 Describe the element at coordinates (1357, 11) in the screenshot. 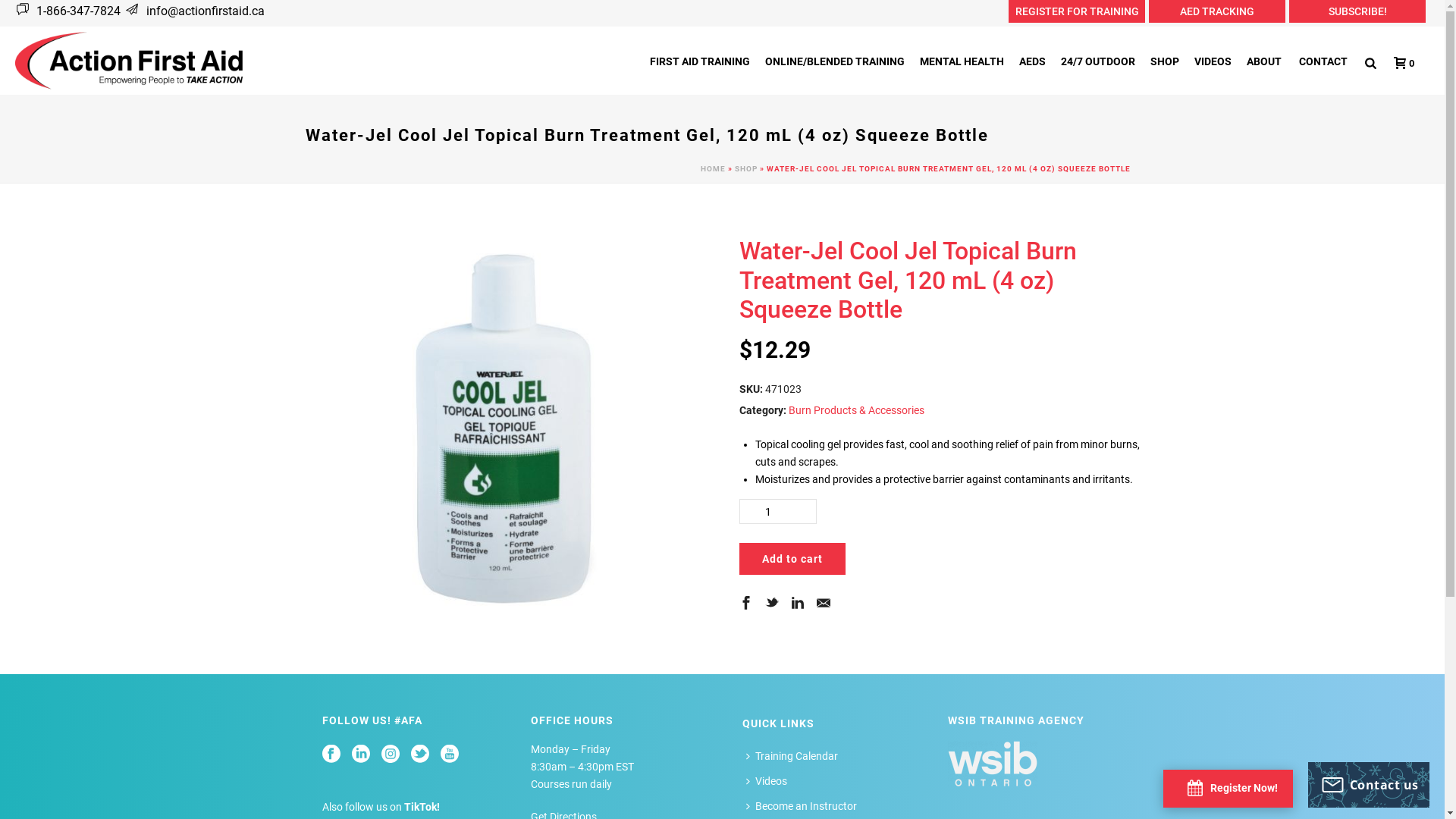

I see `'SUBSCRIBE!'` at that location.